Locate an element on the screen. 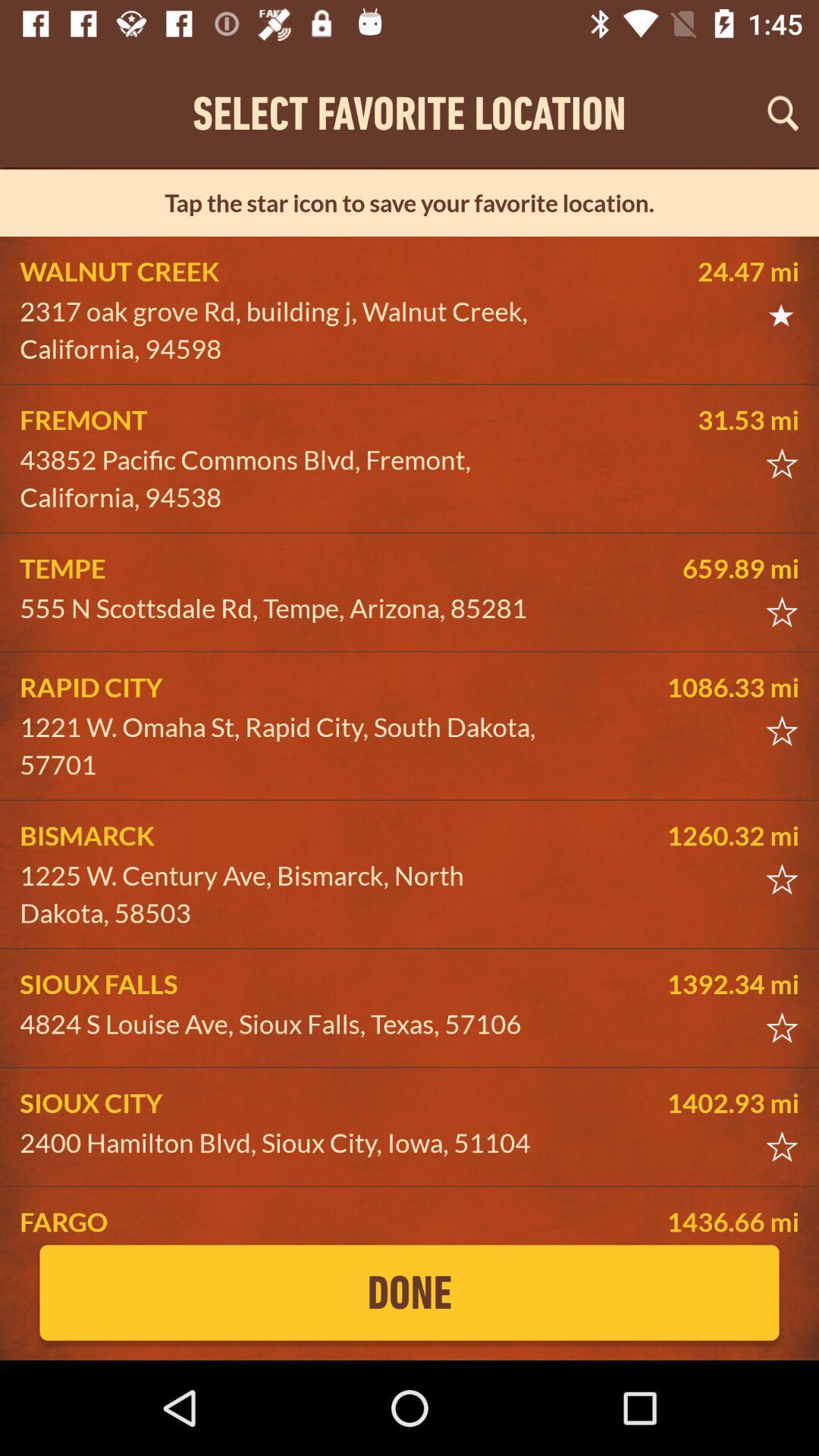 This screenshot has width=819, height=1456. the icon to the left of 24.47 mi is located at coordinates (285, 329).